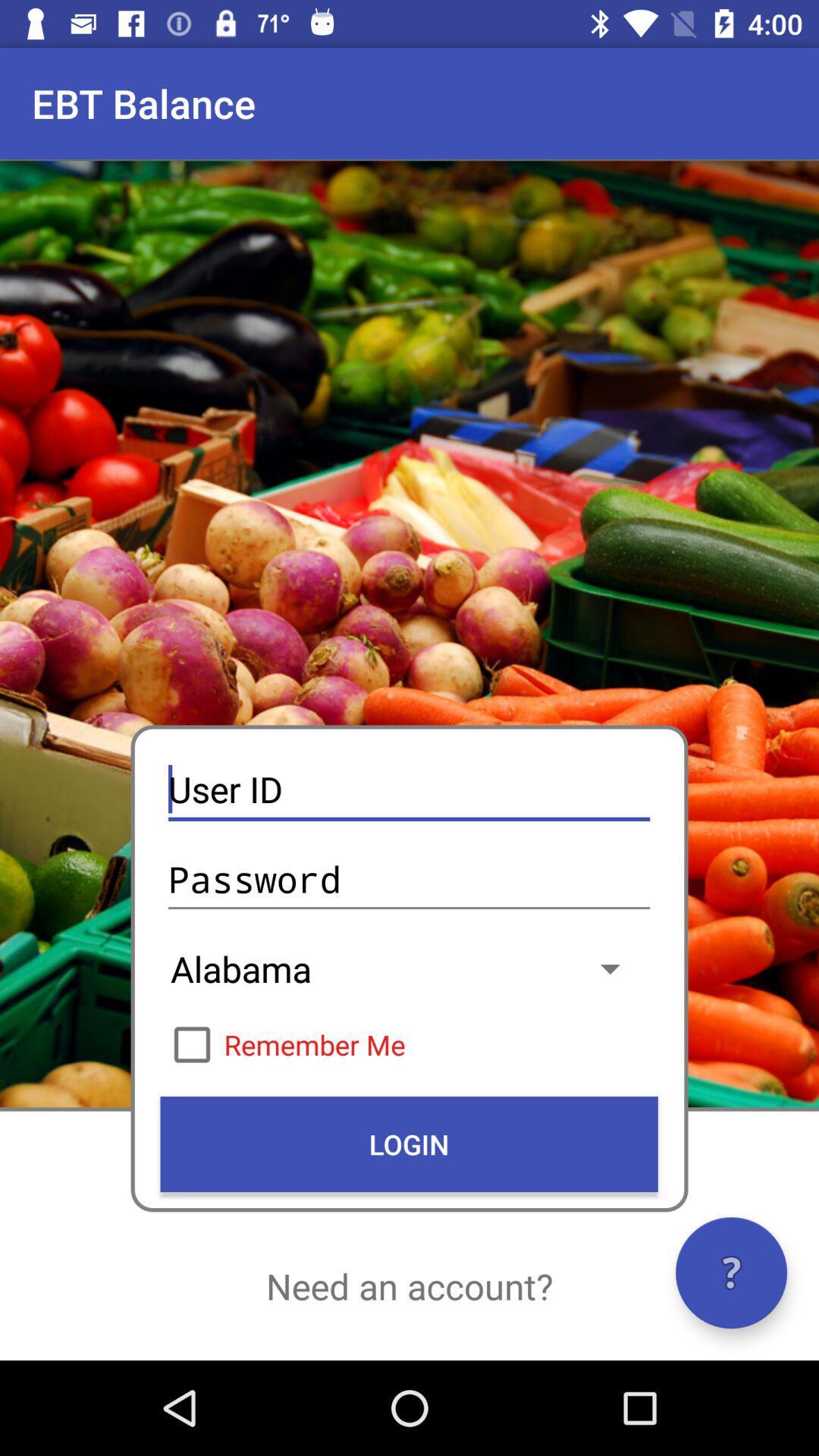 The image size is (819, 1456). I want to click on the remember me icon, so click(408, 1043).